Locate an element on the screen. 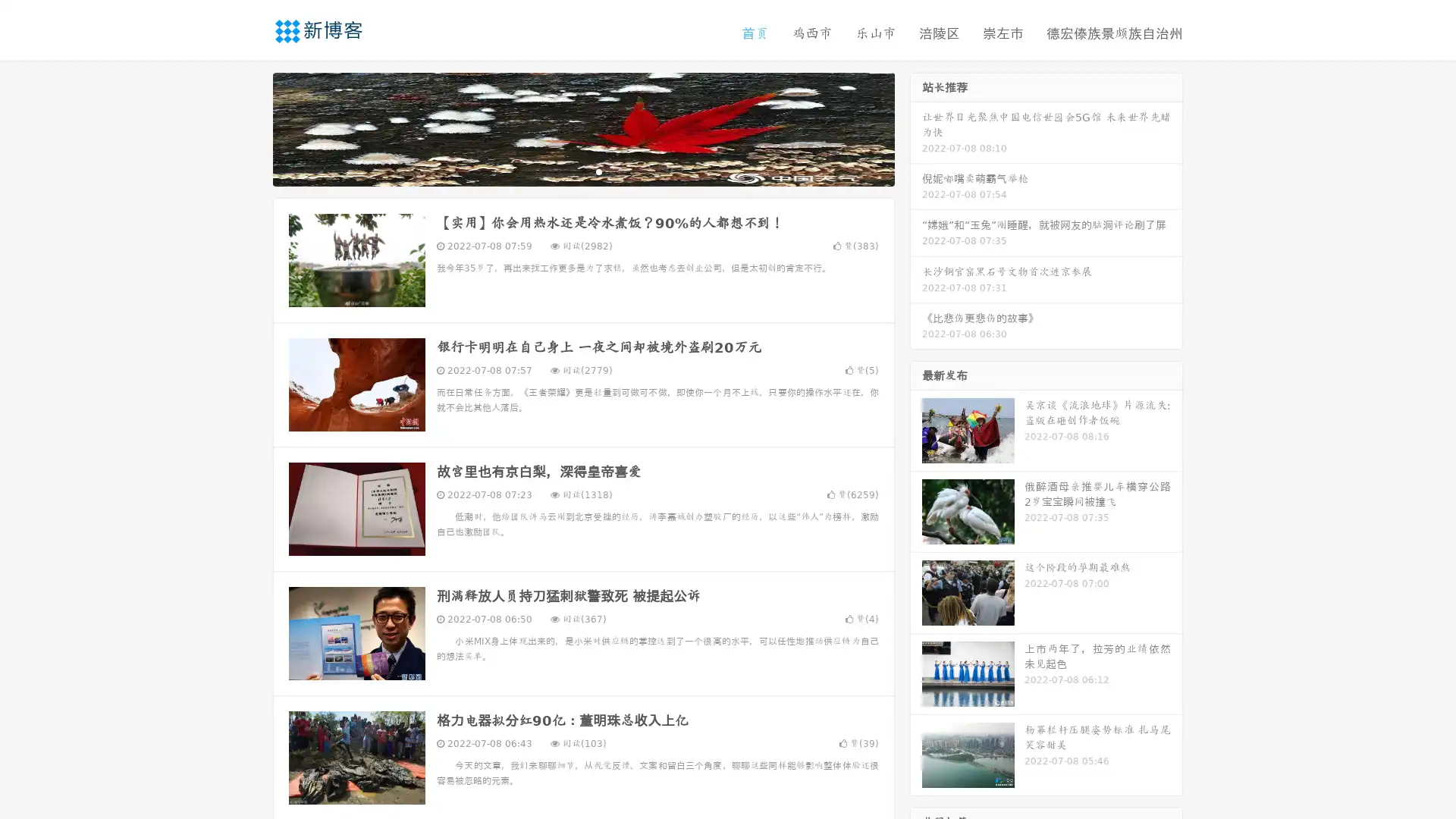 This screenshot has width=1456, height=819. Previous slide is located at coordinates (250, 127).